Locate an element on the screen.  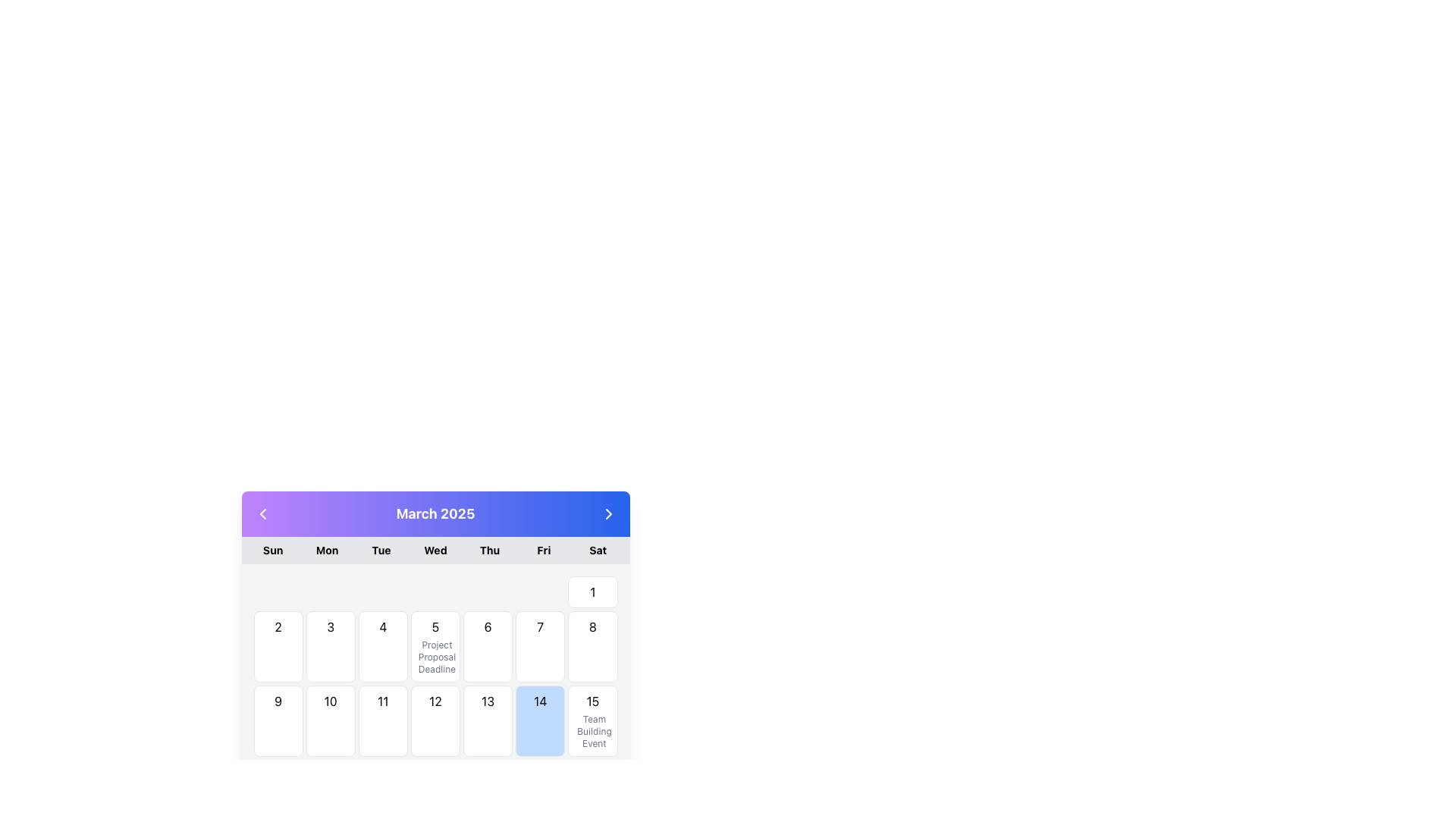
the button representing the 13th day of March 2025 in the calendar interface is located at coordinates (488, 720).